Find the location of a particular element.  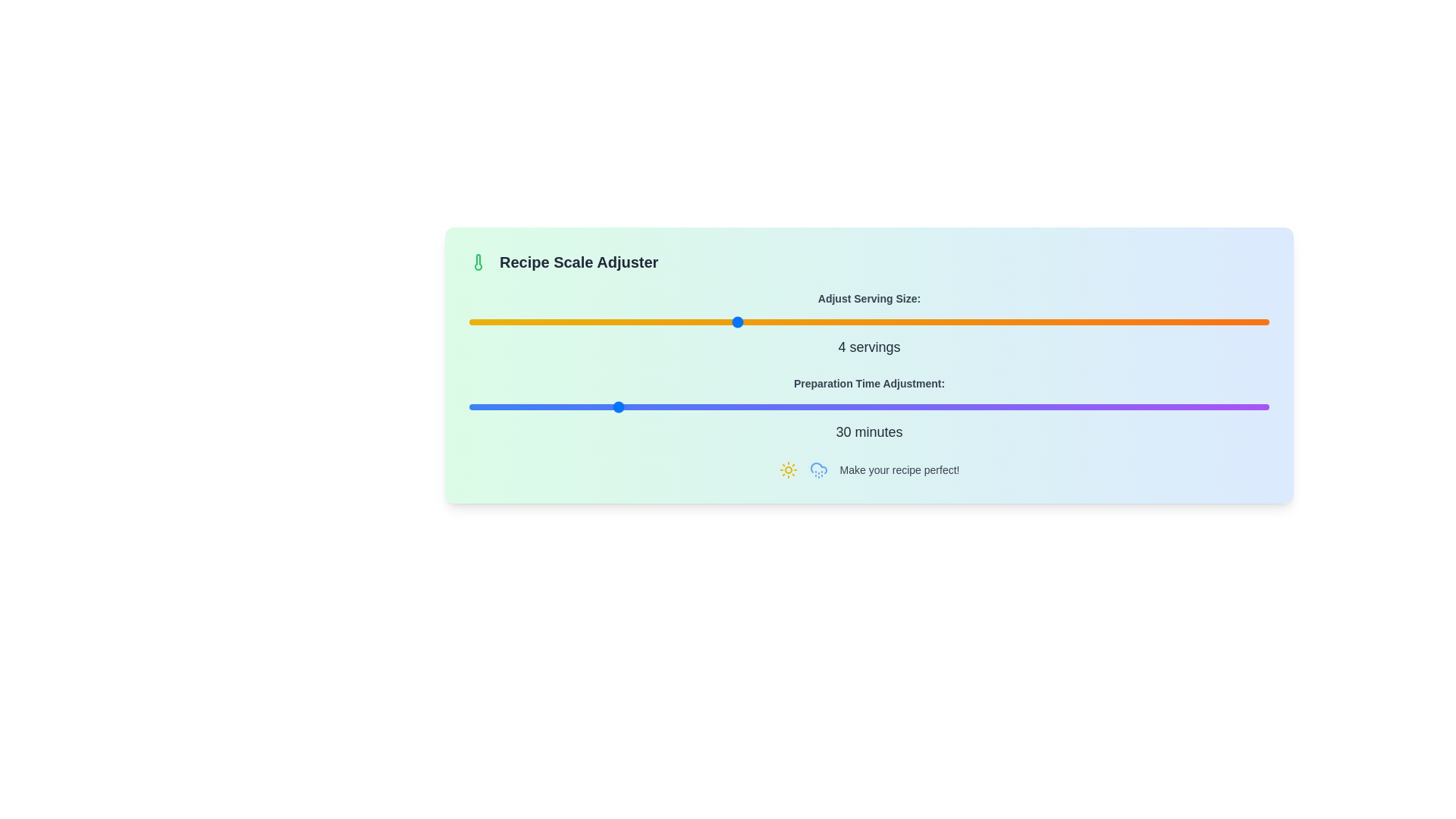

the preparation time is located at coordinates (1050, 406).